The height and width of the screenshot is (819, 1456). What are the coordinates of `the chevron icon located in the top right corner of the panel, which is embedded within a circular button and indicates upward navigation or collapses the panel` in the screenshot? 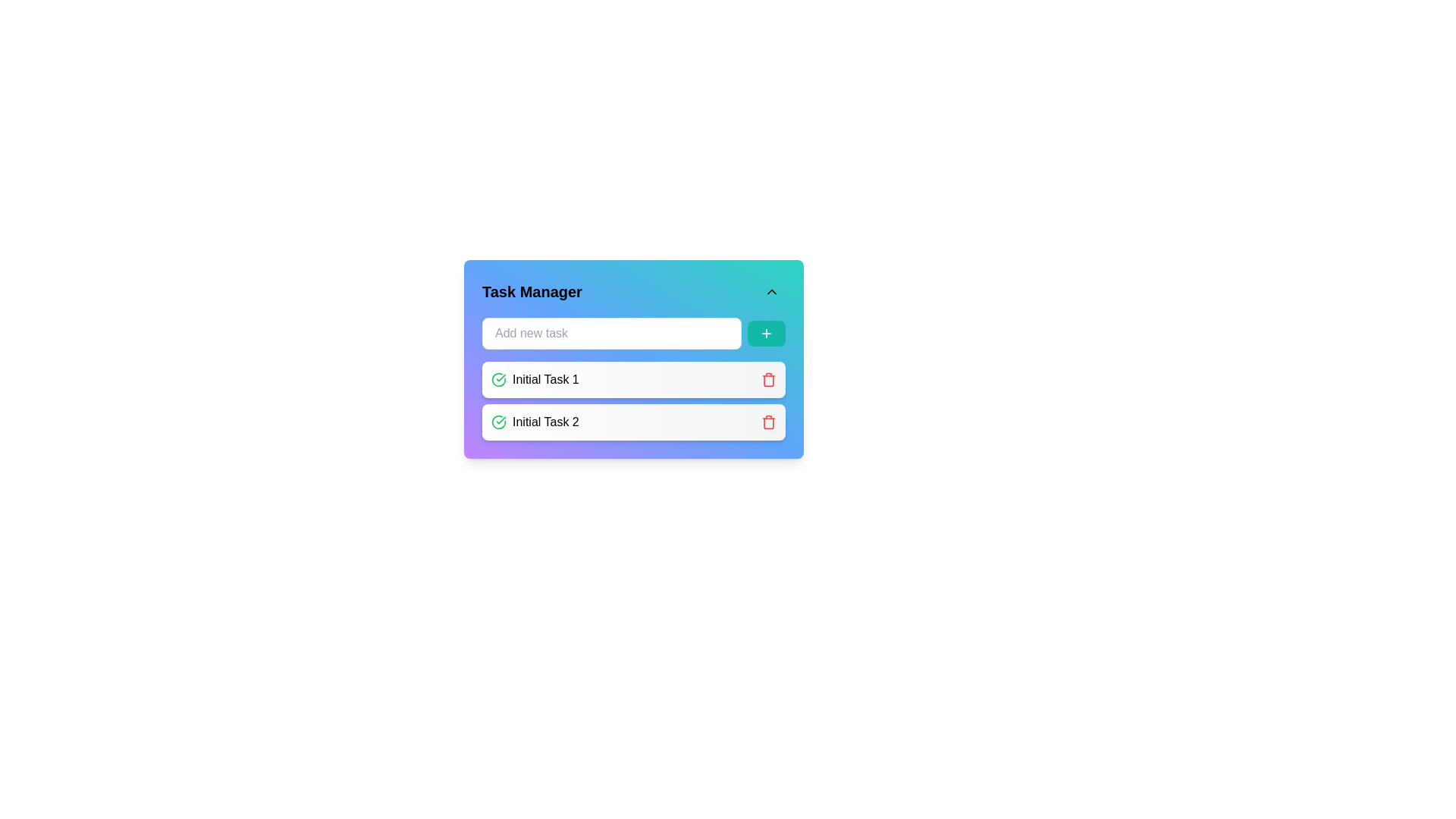 It's located at (771, 292).